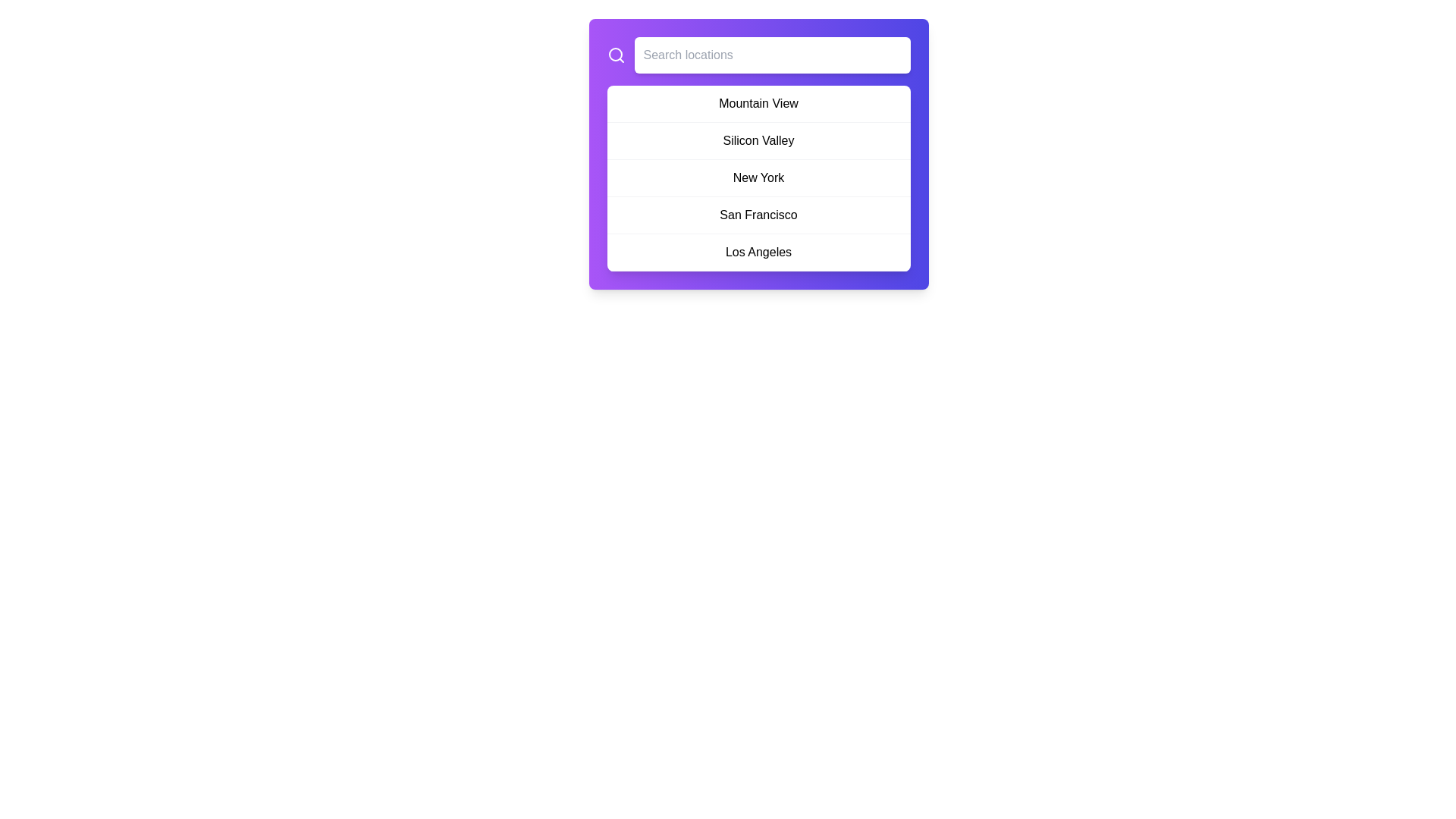 The height and width of the screenshot is (819, 1456). What do you see at coordinates (758, 177) in the screenshot?
I see `the List element containing multiple location names (Mountain View, Silicon Valley, New York, San Francisco, and Los Angeles) with a white background and rounded border, located centrally under the search bar` at bounding box center [758, 177].